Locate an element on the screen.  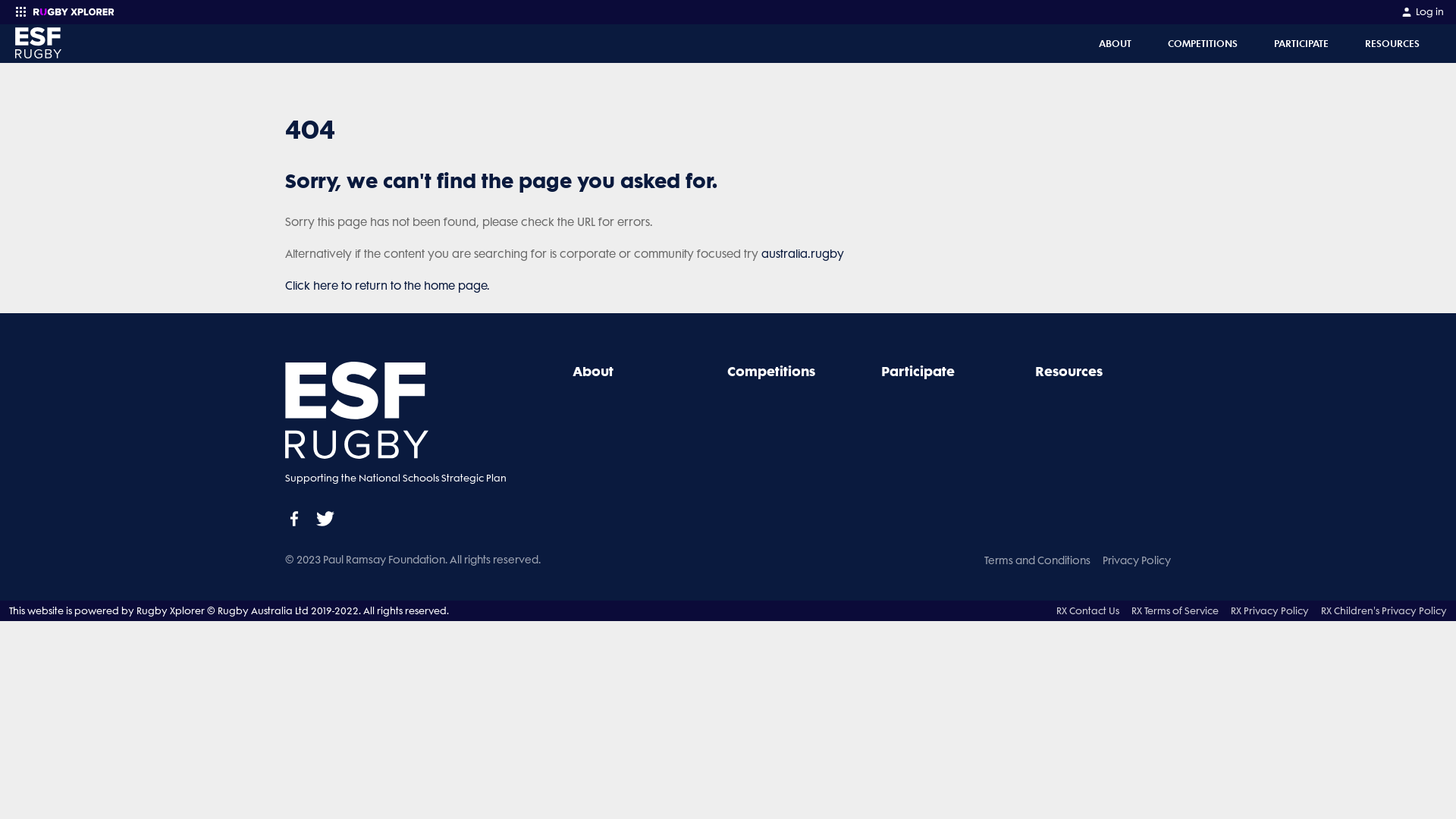
'Privacy Policy' is located at coordinates (1103, 560).